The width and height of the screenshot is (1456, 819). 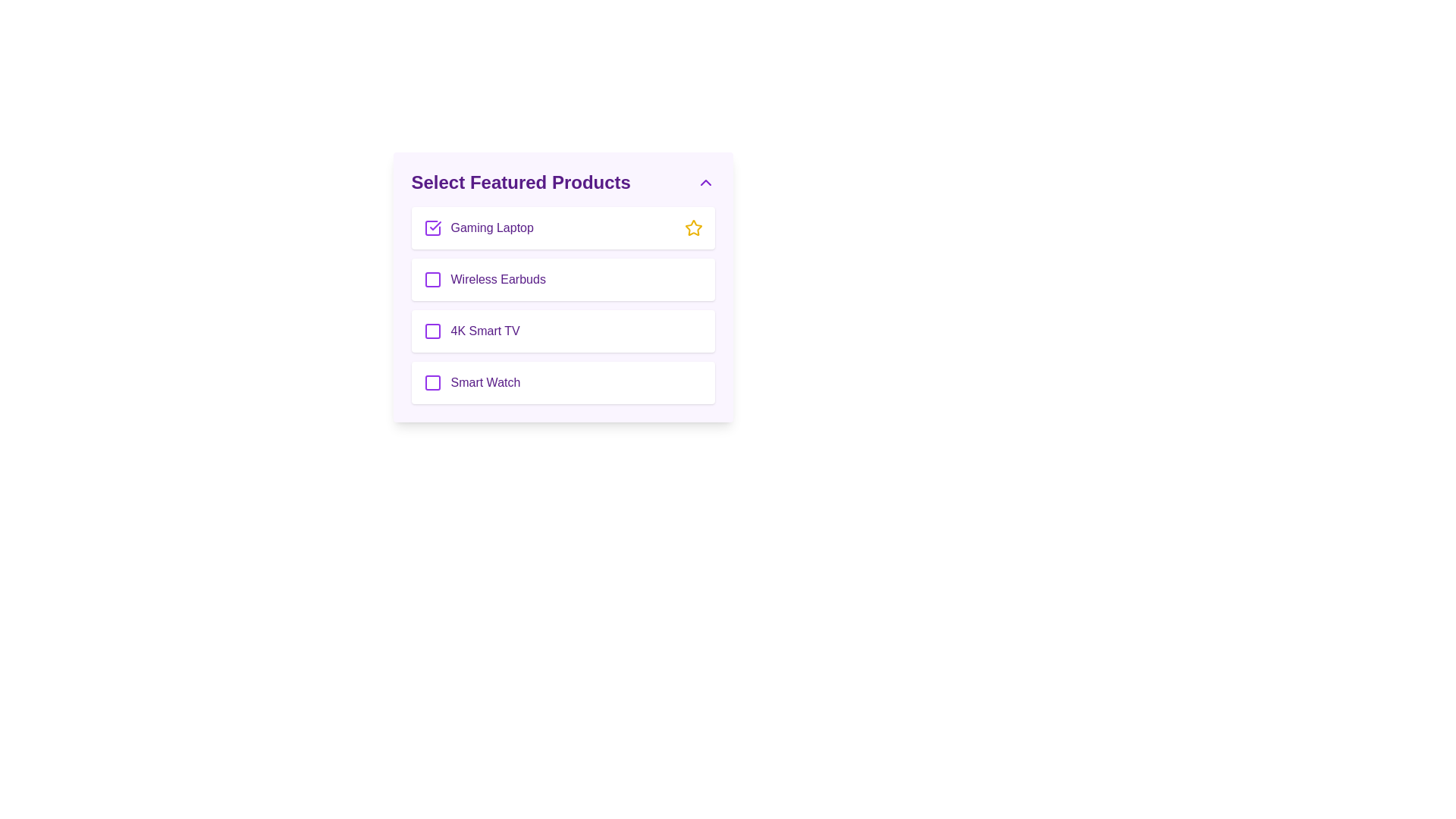 I want to click on the checkmark icon located near the top-right corner of the 'Gaming Laptop' card in the list of 'Select Featured Products', so click(x=435, y=225).